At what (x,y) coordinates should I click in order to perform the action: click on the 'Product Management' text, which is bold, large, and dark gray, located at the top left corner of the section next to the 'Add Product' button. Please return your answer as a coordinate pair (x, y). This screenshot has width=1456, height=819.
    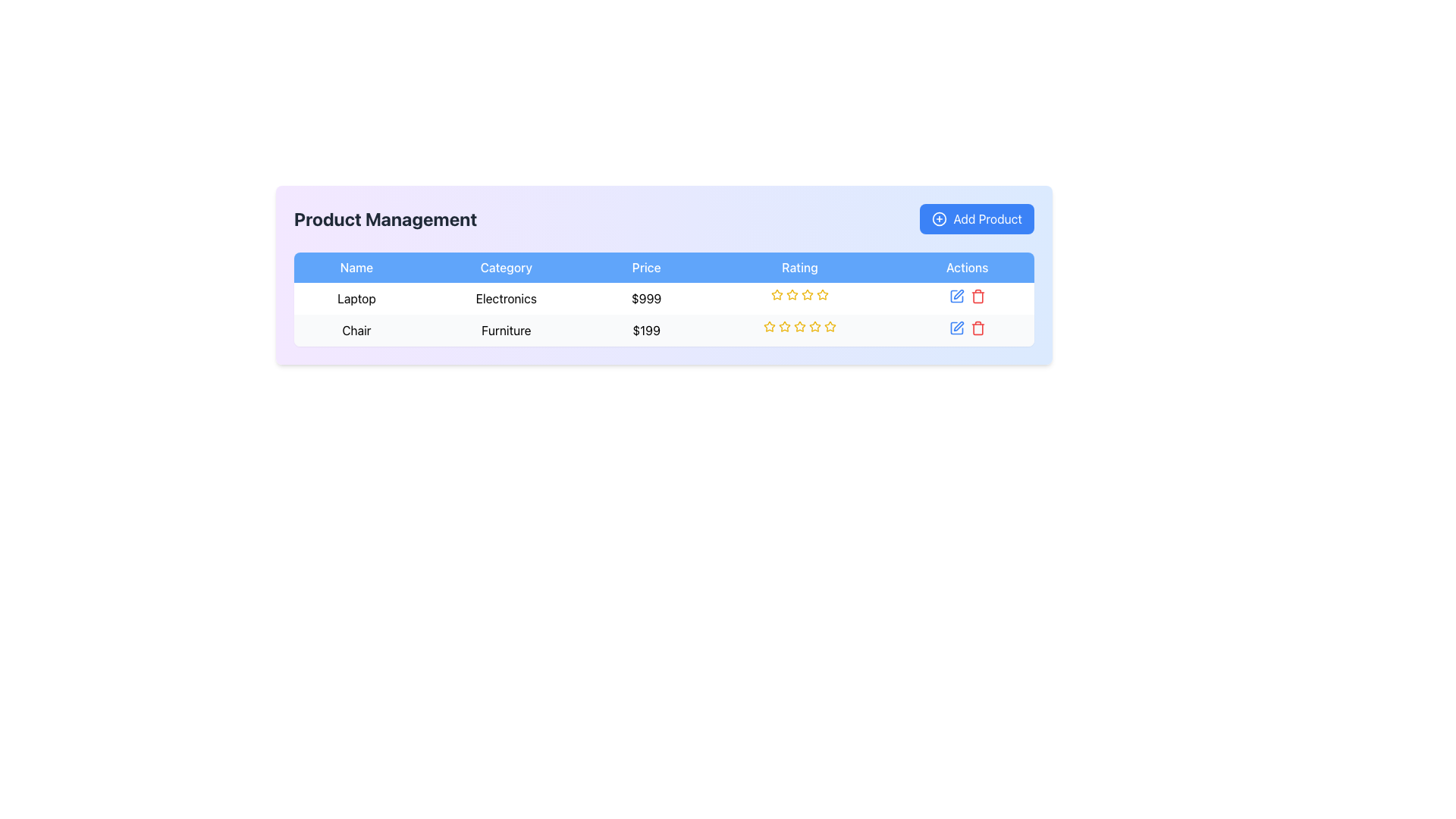
    Looking at the image, I should click on (385, 219).